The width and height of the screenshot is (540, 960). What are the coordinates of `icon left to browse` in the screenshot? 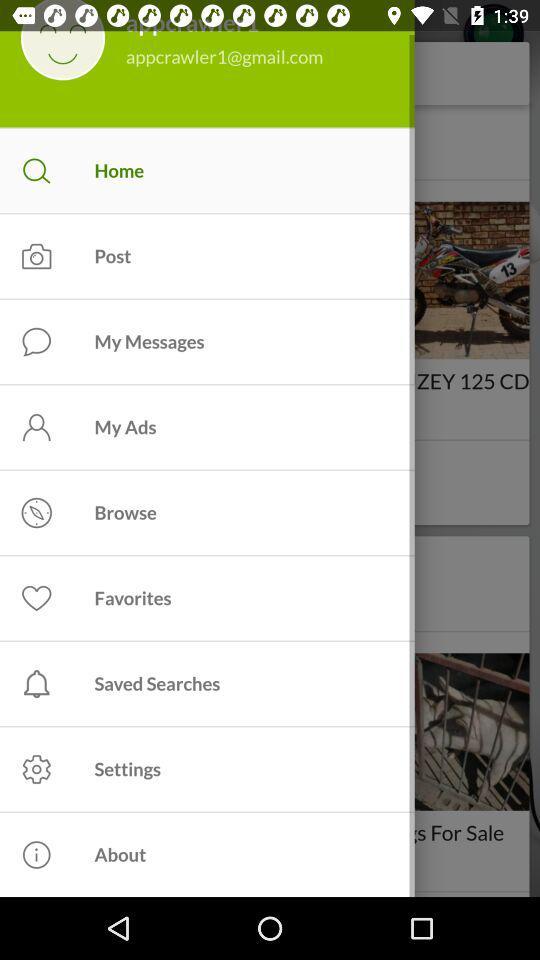 It's located at (36, 512).